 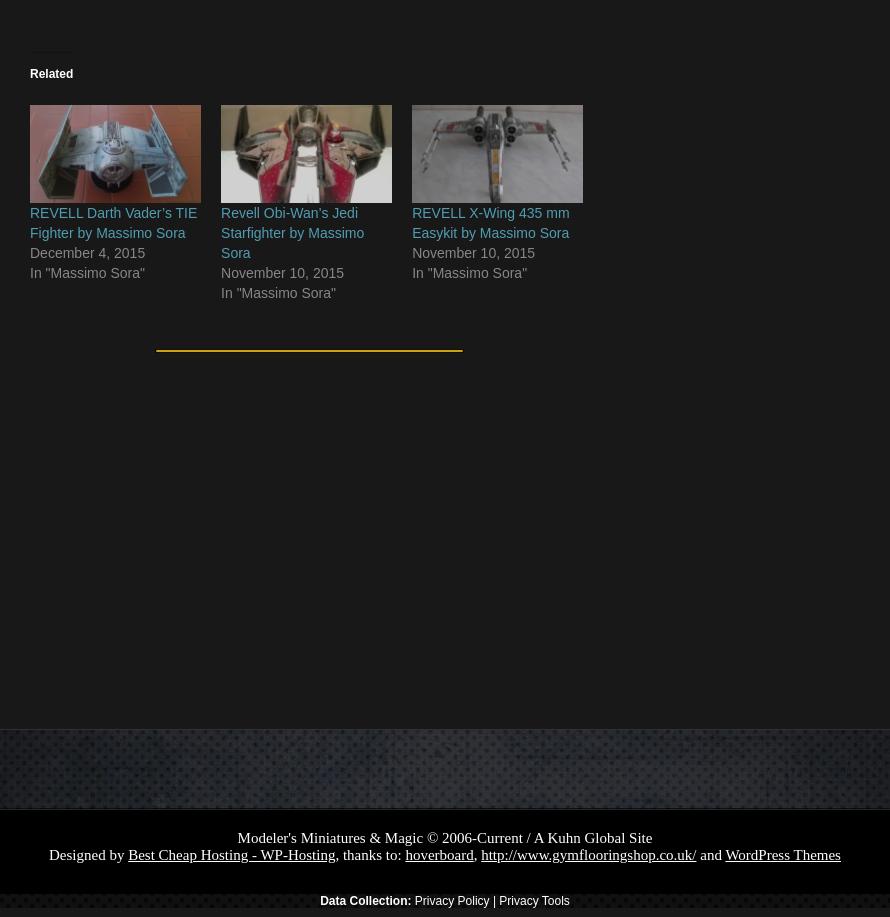 What do you see at coordinates (477, 854) in the screenshot?
I see `','` at bounding box center [477, 854].